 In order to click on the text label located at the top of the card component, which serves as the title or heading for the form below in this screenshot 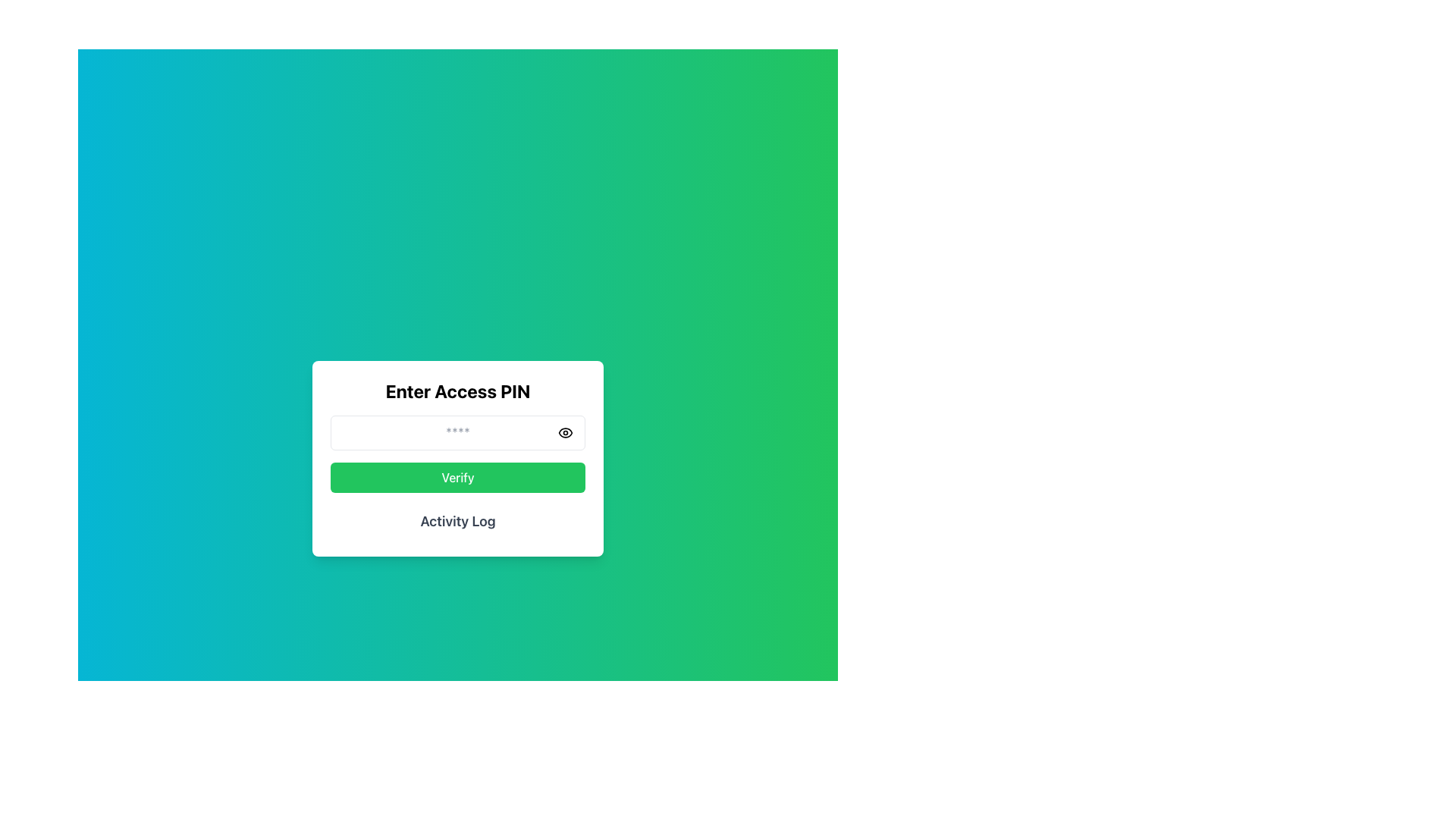, I will do `click(457, 391)`.